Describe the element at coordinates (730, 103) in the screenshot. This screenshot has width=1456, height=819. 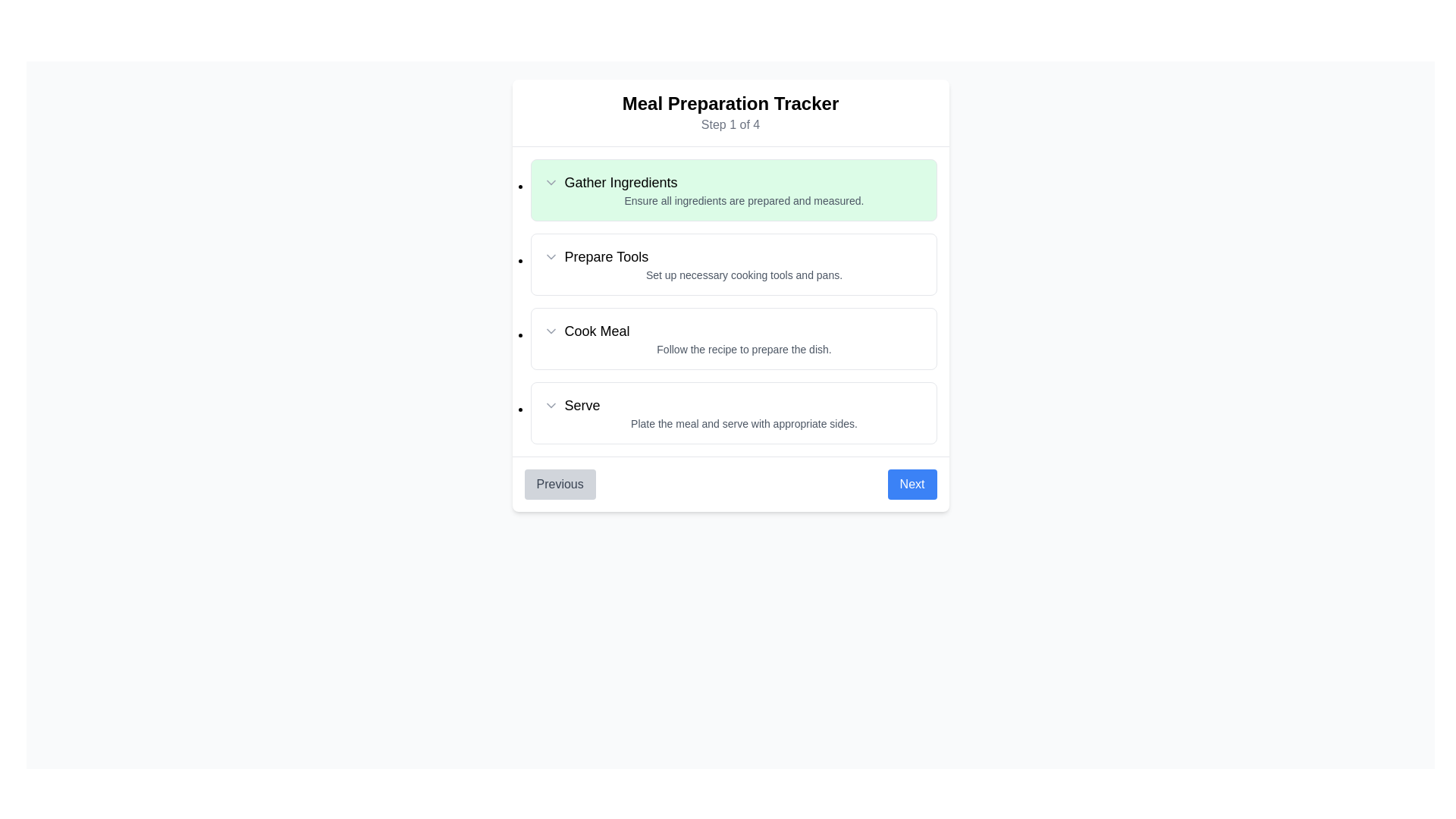
I see `the static text element which serves as the title or heading for the page, positioned horizontally centered at the top of the interface` at that location.